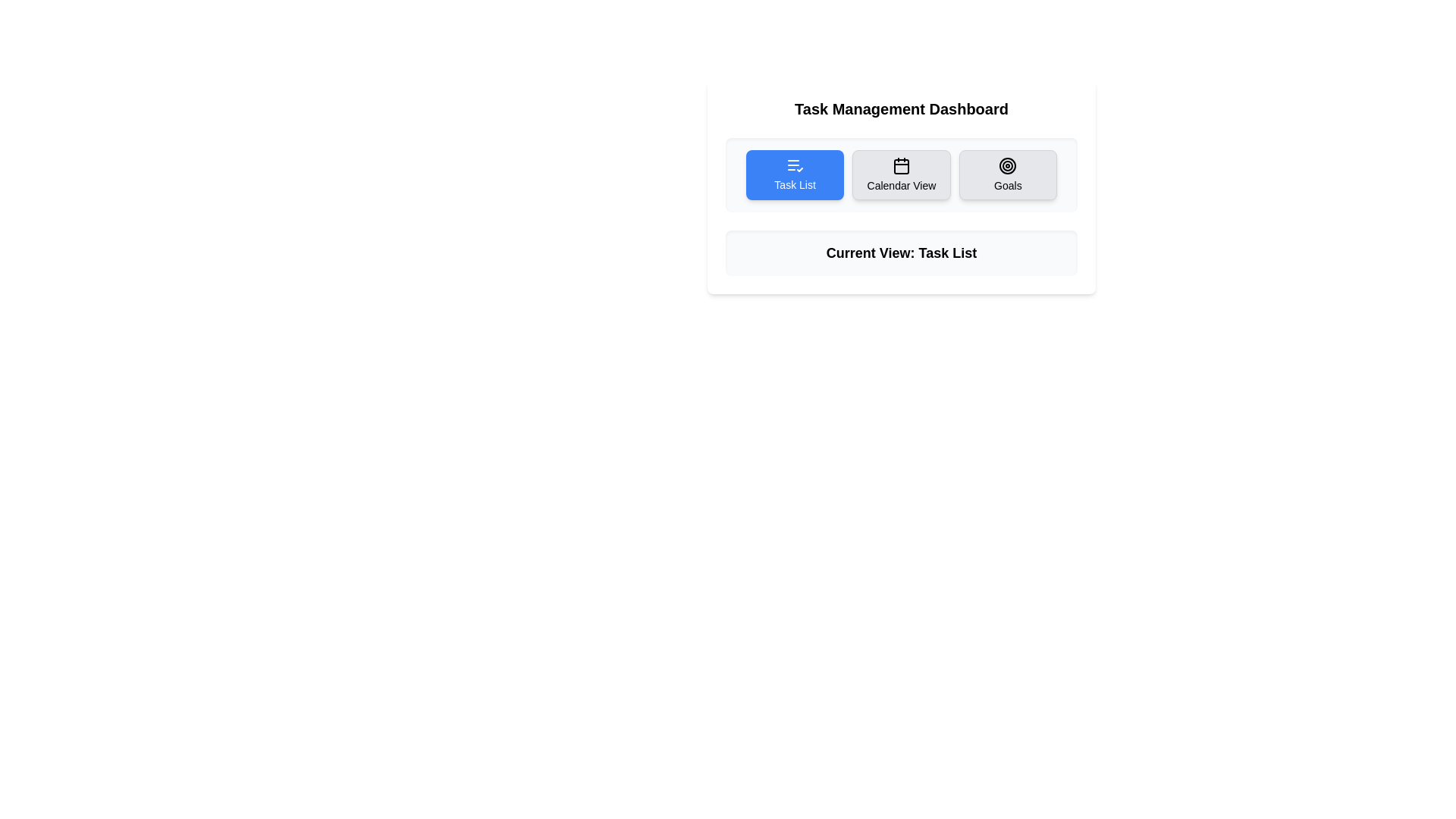 This screenshot has height=819, width=1456. I want to click on the 'Calendar View' button, which is a rectangular button with rounded corners, styled with a light gray background and featuring a black outlined calendar icon above the text 'Calendar View.', so click(902, 174).